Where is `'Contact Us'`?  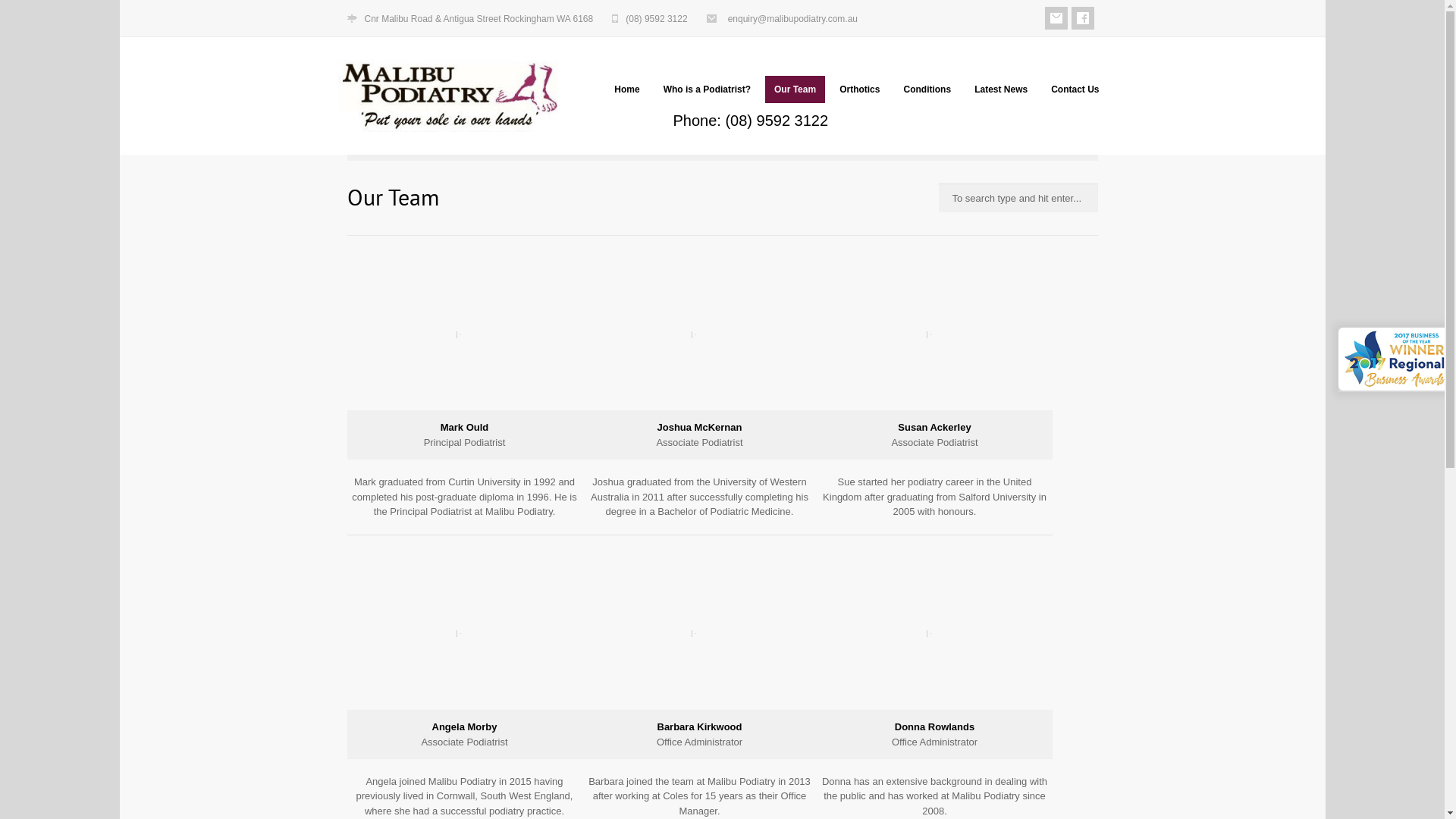 'Contact Us' is located at coordinates (1074, 89).